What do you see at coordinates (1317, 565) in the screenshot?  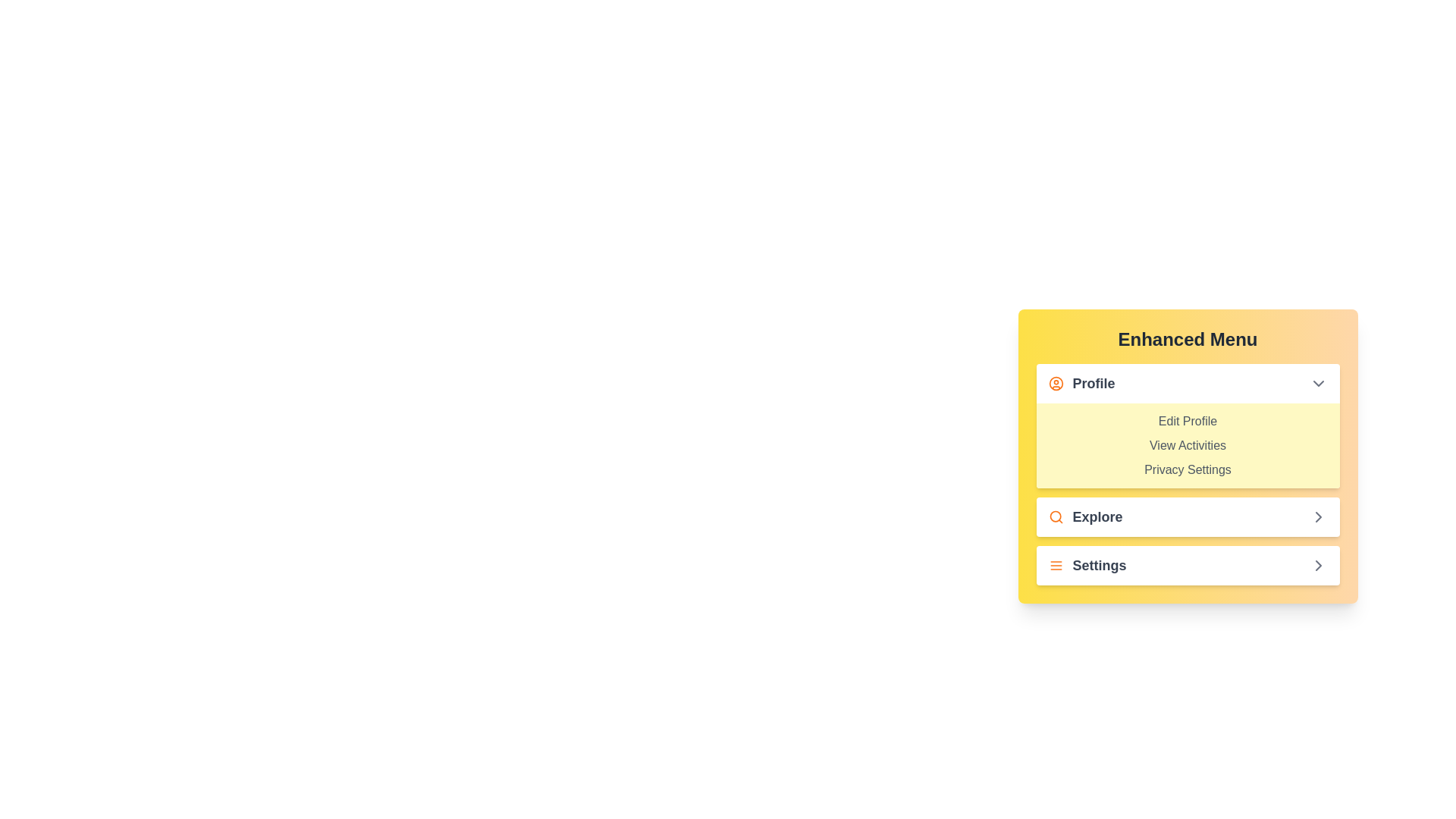 I see `the submenu indicator icon located to the far right of the 'Explore' menu item` at bounding box center [1317, 565].